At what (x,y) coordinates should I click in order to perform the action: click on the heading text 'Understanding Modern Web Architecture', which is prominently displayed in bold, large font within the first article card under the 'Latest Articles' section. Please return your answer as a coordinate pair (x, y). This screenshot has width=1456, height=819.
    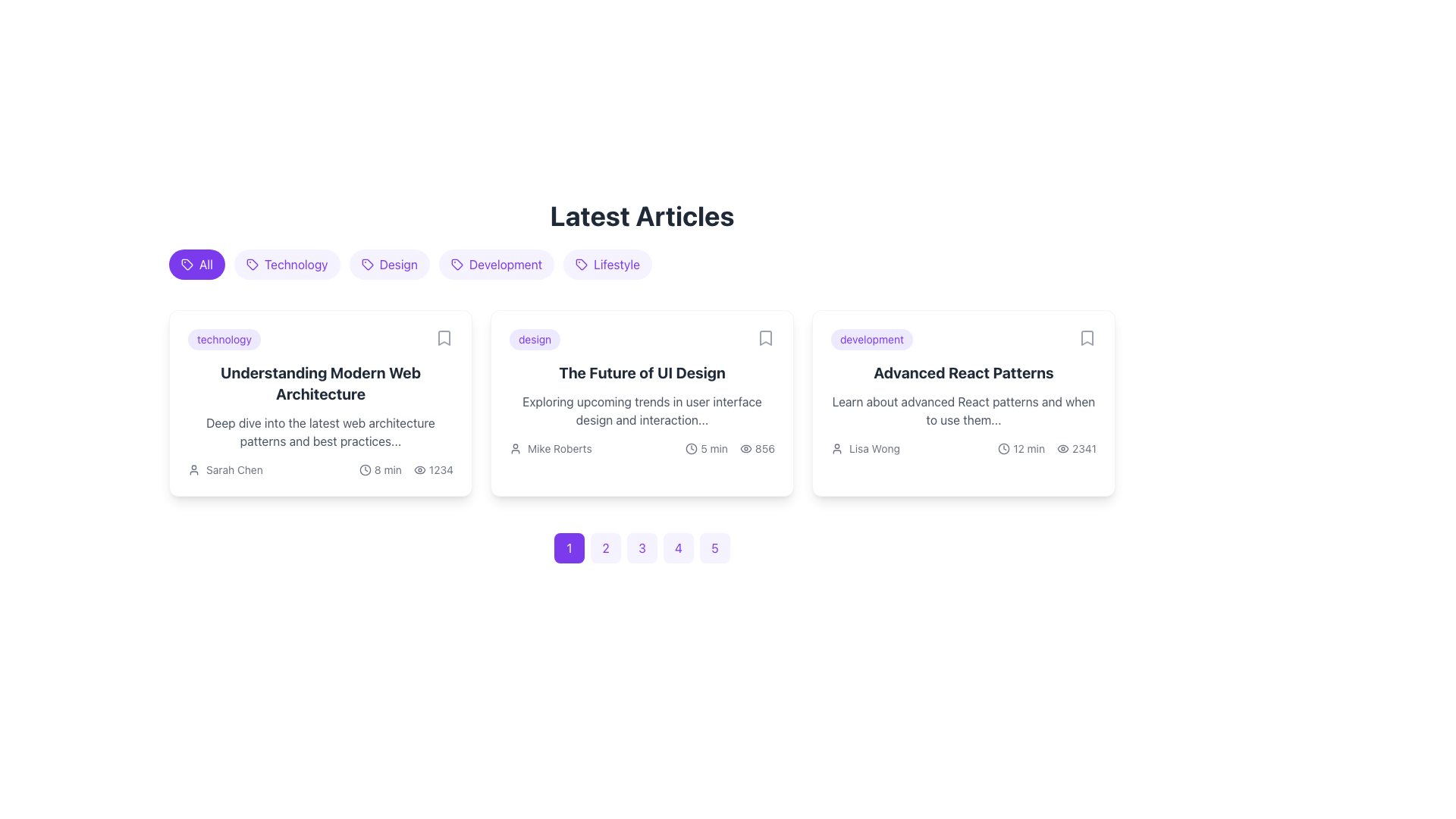
    Looking at the image, I should click on (319, 382).